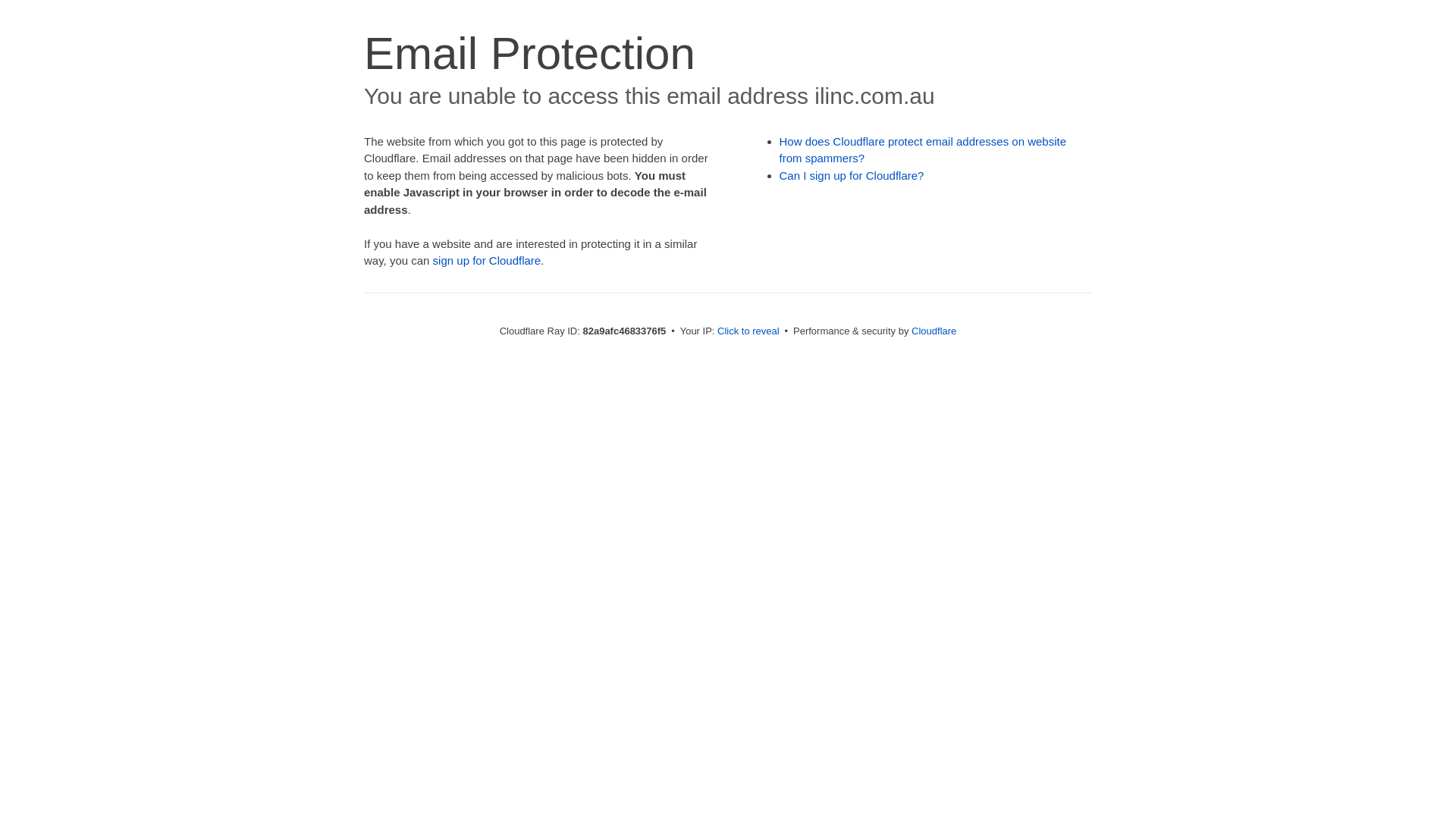 The height and width of the screenshot is (819, 1456). What do you see at coordinates (748, 330) in the screenshot?
I see `'Click to reveal'` at bounding box center [748, 330].